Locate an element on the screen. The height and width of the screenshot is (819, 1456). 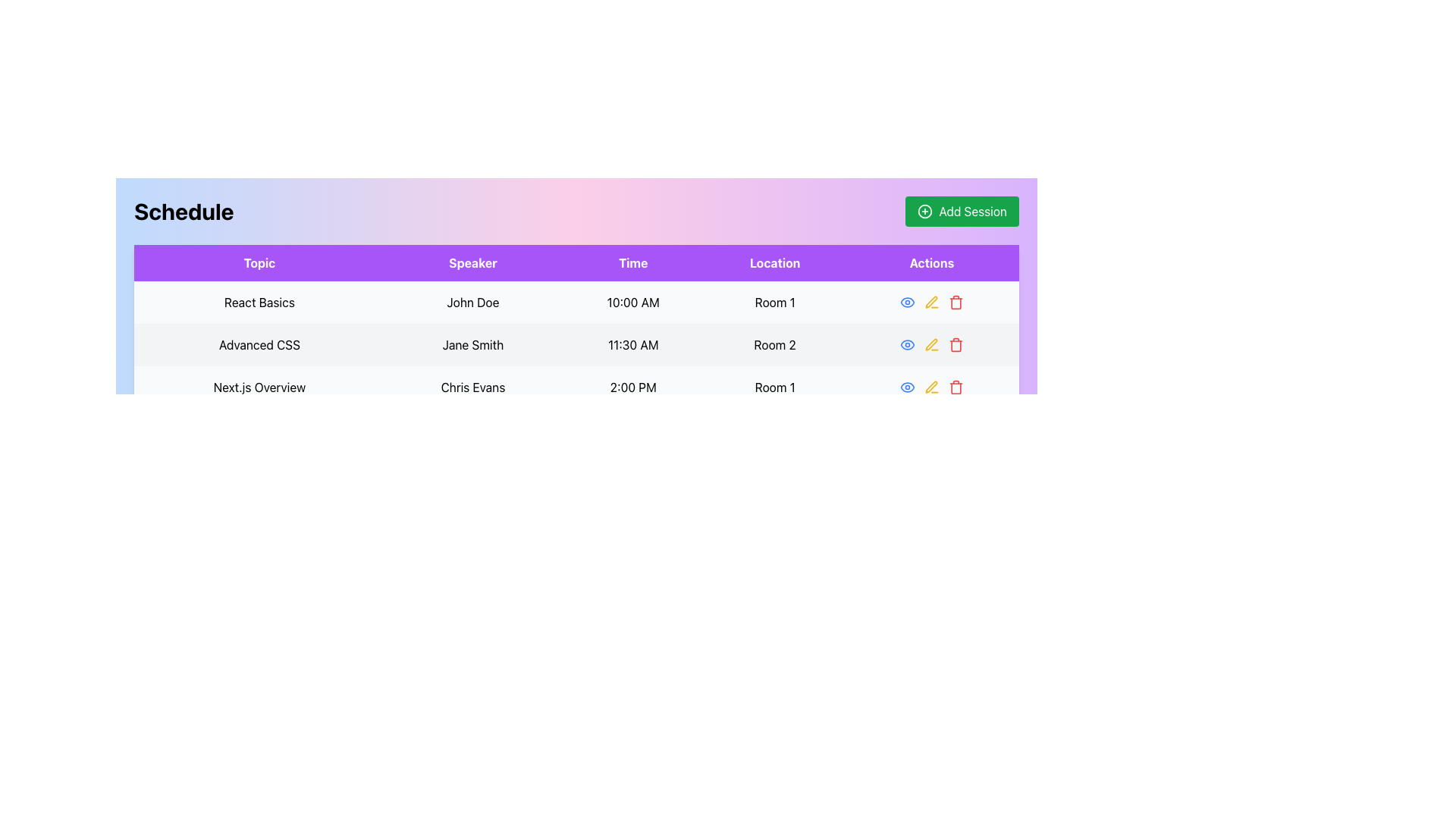
the add session icon embedded in the green 'Add Session' button located at the top-right corner of the page to initiate the add session action is located at coordinates (924, 211).